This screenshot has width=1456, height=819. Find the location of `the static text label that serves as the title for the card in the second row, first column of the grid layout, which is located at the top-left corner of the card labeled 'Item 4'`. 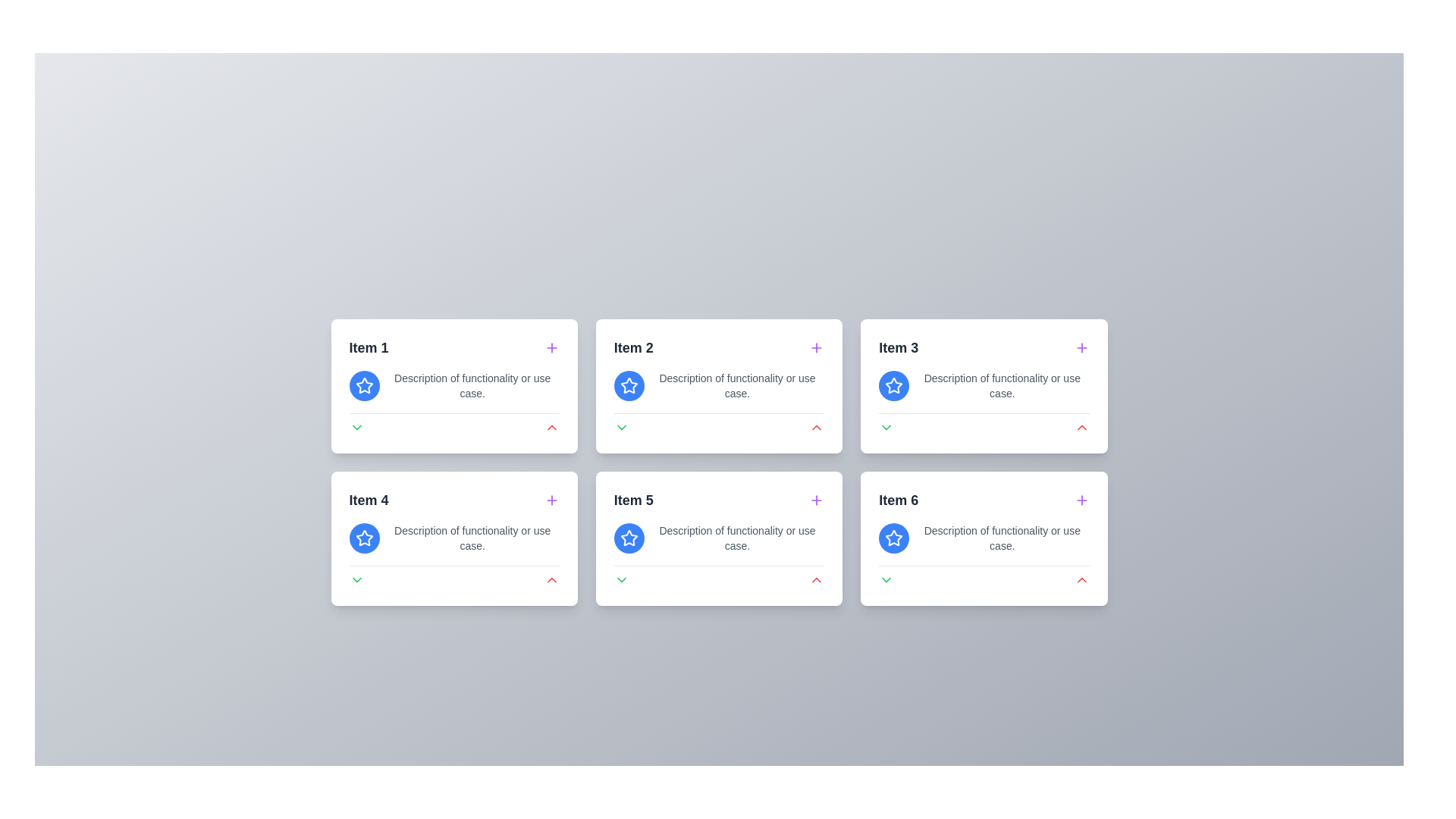

the static text label that serves as the title for the card in the second row, first column of the grid layout, which is located at the top-left corner of the card labeled 'Item 4' is located at coordinates (369, 500).